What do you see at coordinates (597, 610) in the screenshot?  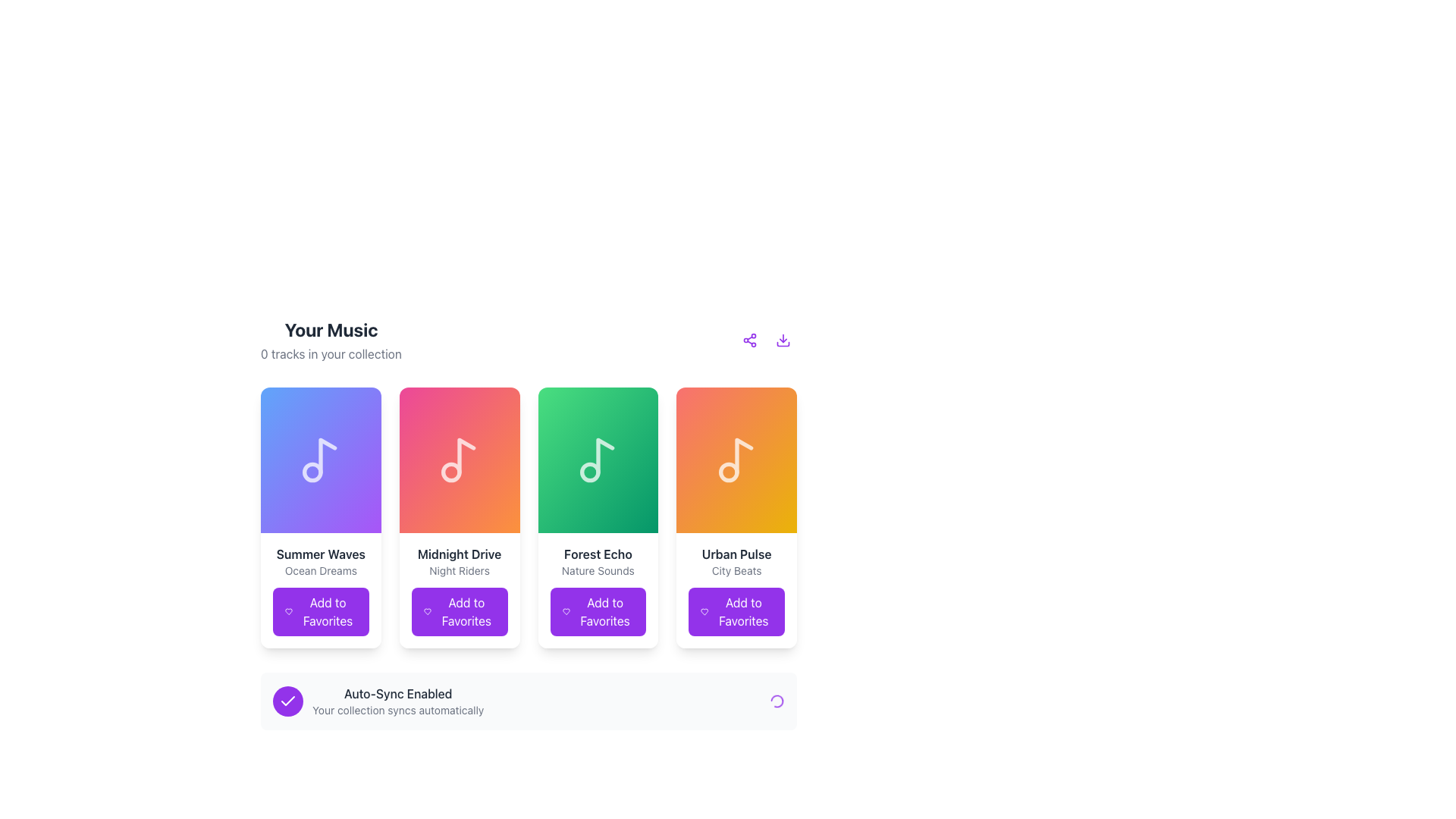 I see `the purple rectangular 'Add to Favorites' button with rounded corners located in the 'Forest Echo' card` at bounding box center [597, 610].